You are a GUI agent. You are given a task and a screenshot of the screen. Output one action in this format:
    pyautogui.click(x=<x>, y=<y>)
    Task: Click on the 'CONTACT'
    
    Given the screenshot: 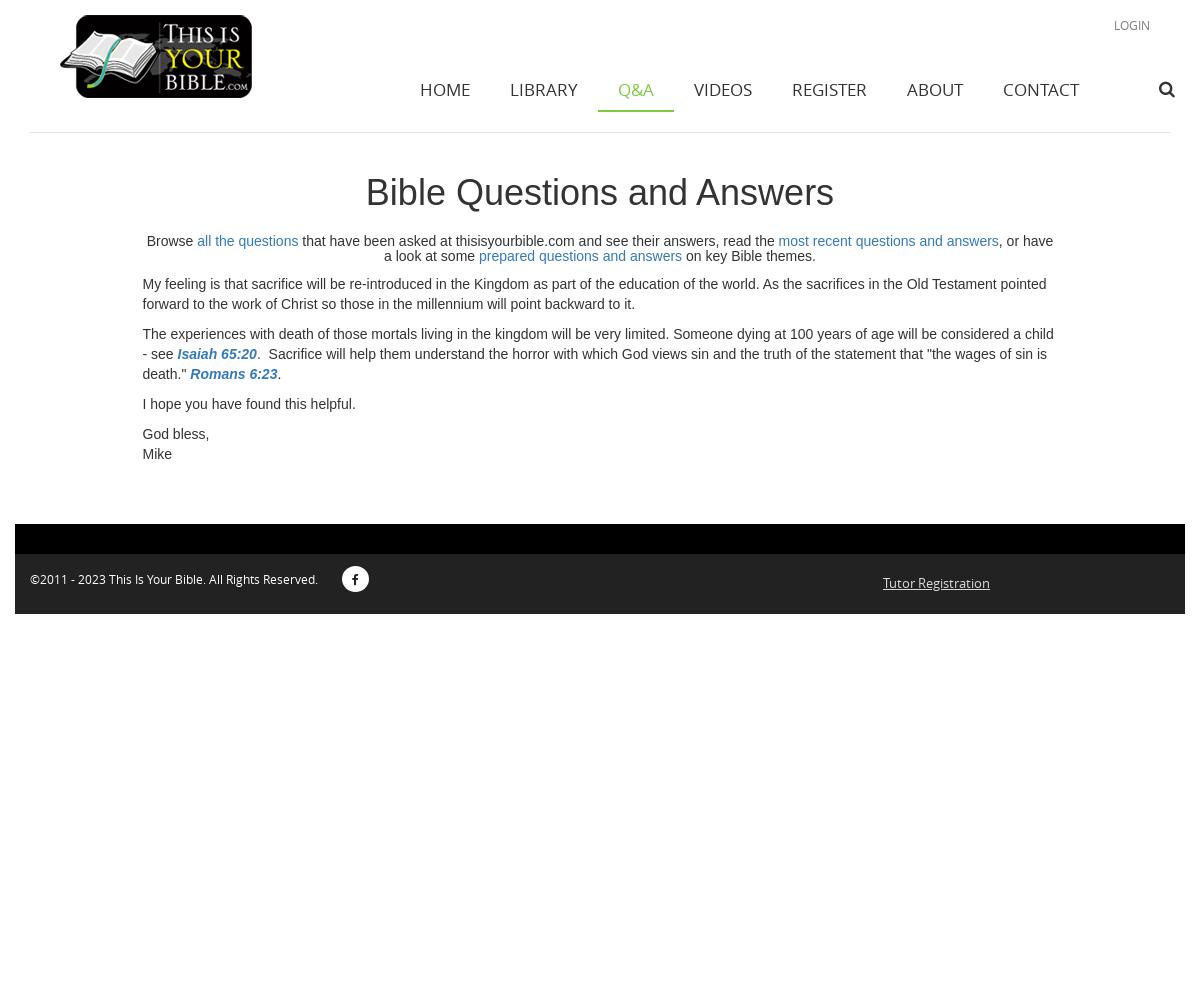 What is the action you would take?
    pyautogui.click(x=1002, y=88)
    